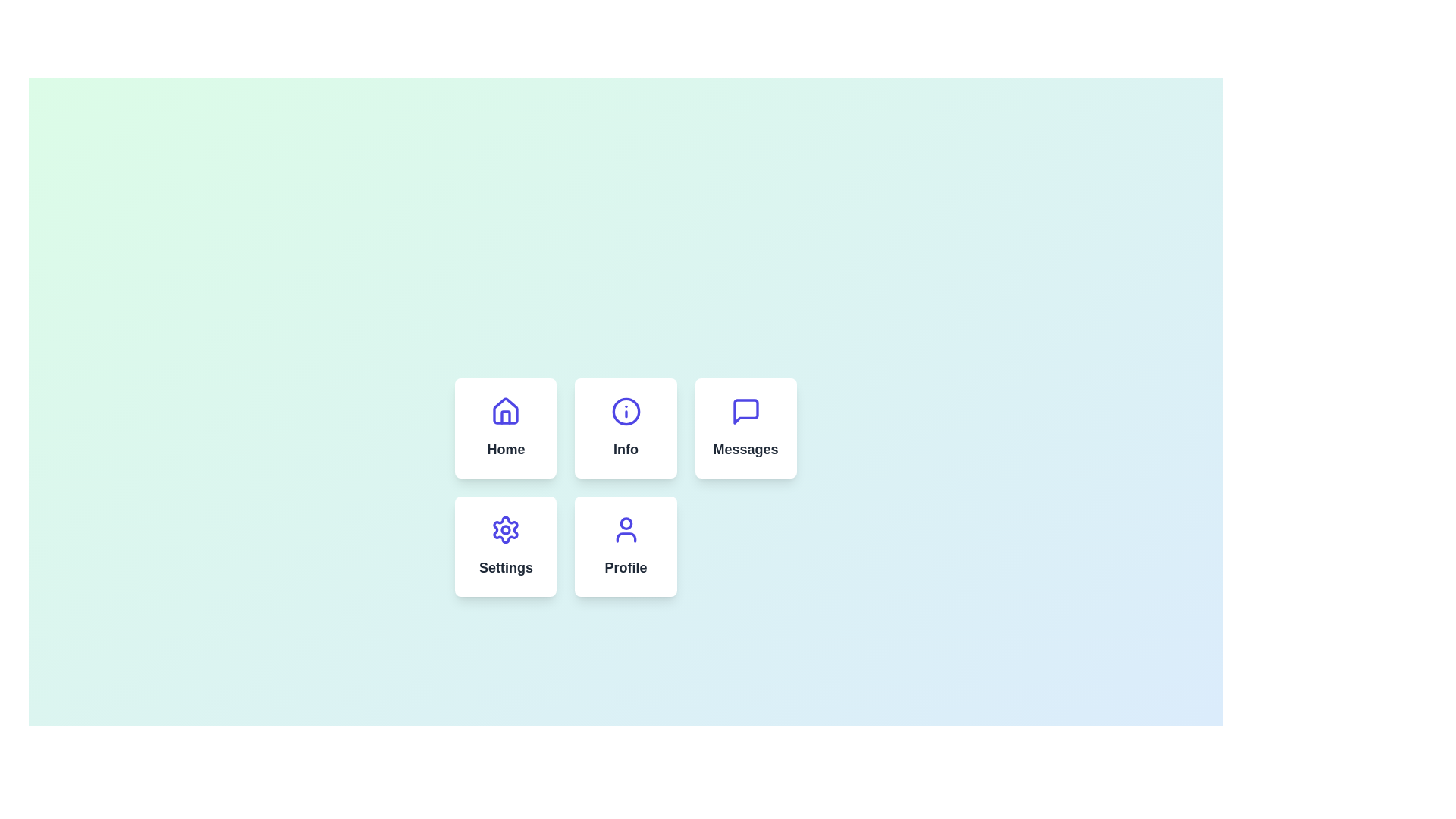 This screenshot has height=819, width=1456. Describe the element at coordinates (626, 412) in the screenshot. I see `the Circular Icon within the 'Info' button, which is the second button in the top row of a 3x2 grid layout` at that location.